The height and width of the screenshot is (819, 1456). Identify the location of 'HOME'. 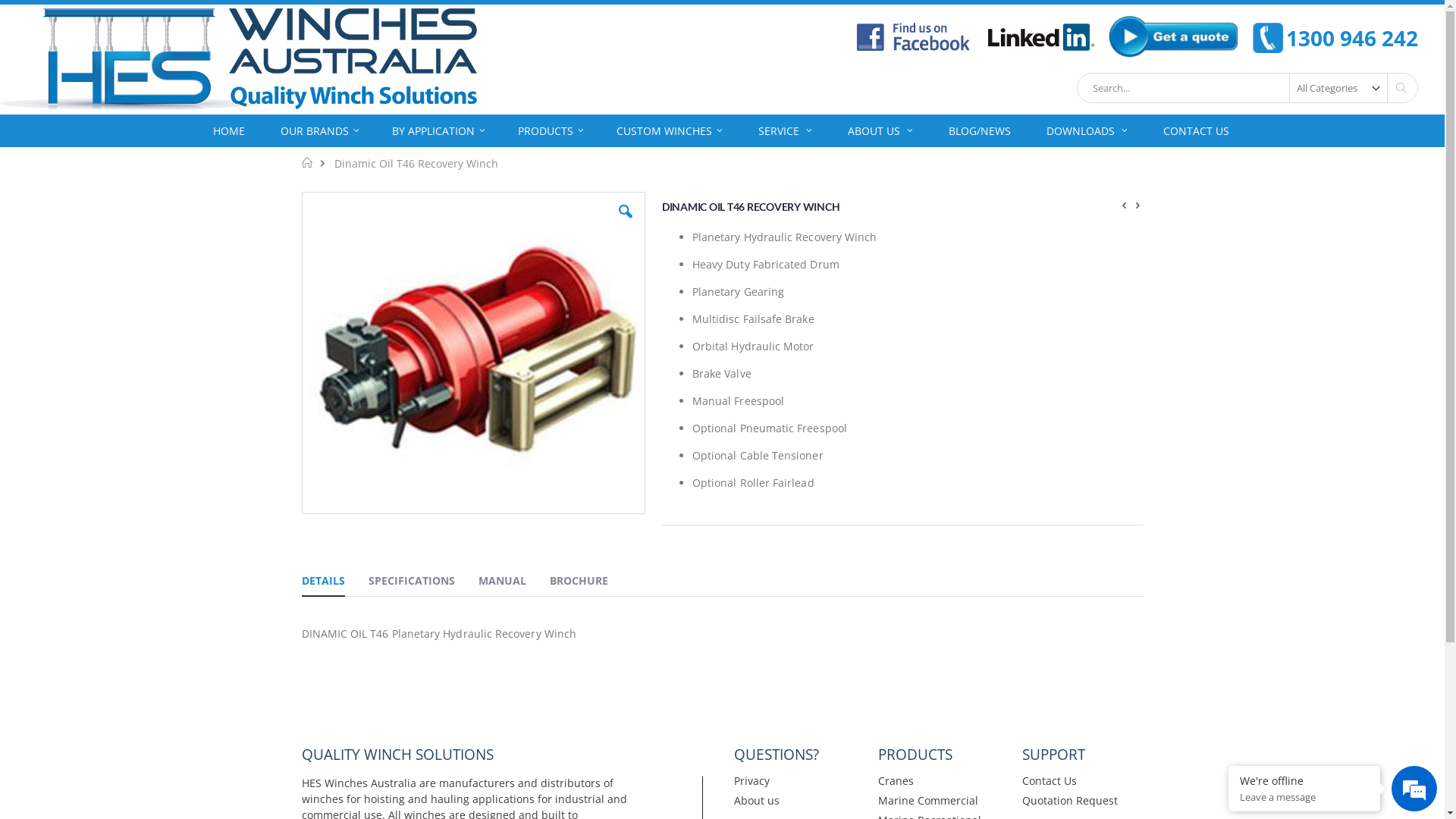
(228, 130).